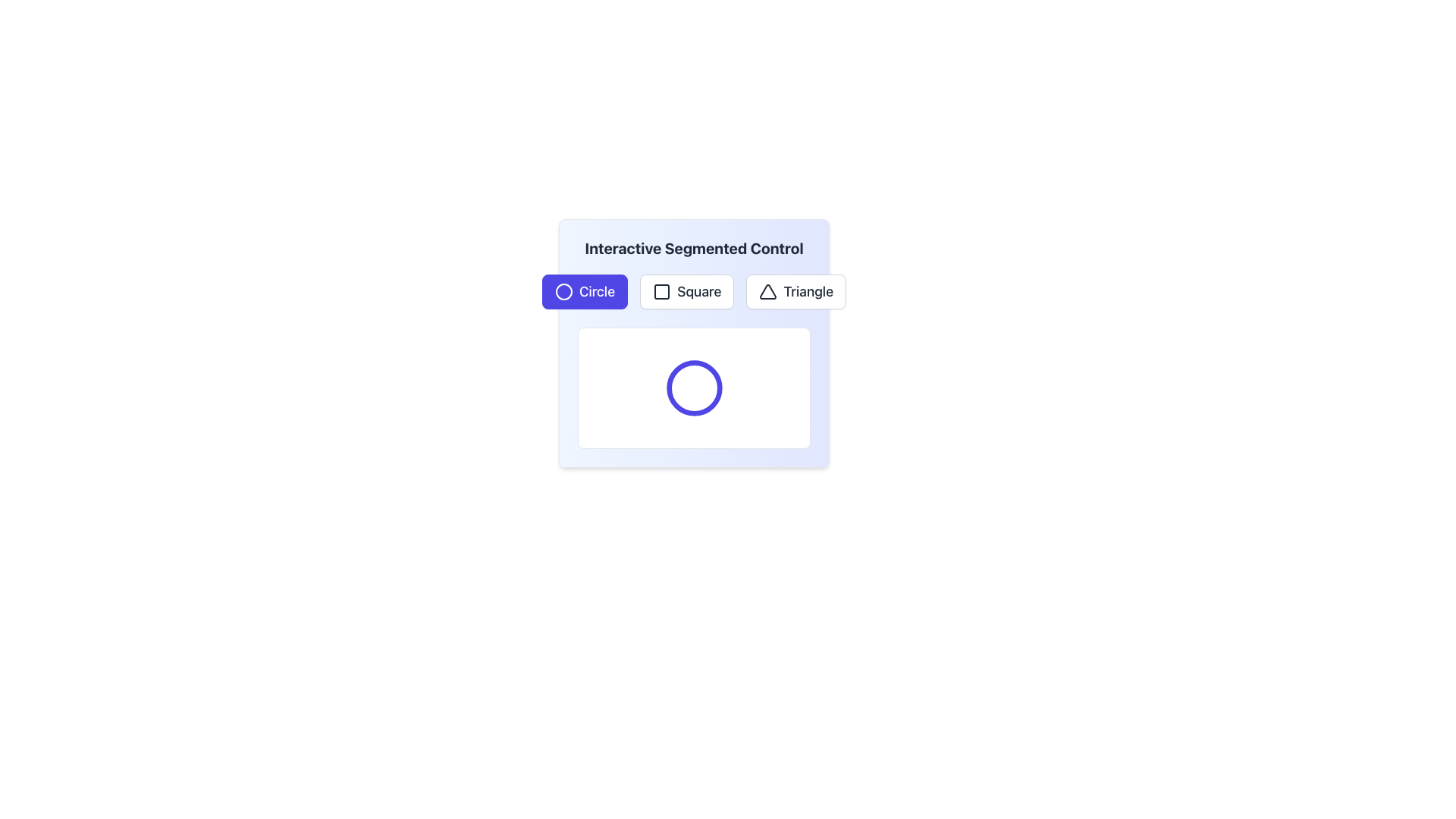 This screenshot has width=1456, height=819. Describe the element at coordinates (795, 292) in the screenshot. I see `the 'Triangle' button in the segmented control interface` at that location.